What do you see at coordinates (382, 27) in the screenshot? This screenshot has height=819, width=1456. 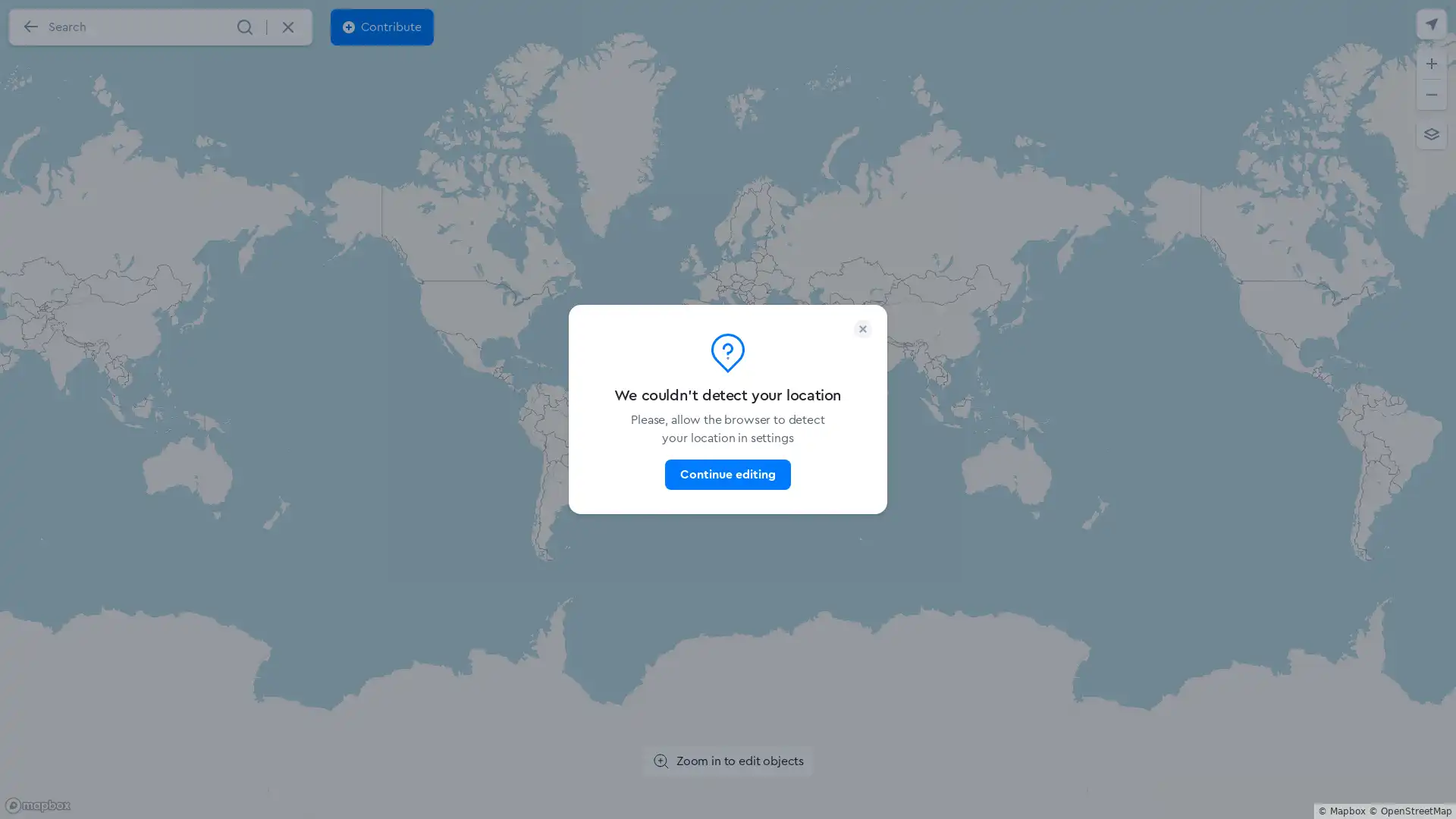 I see `Contribute` at bounding box center [382, 27].